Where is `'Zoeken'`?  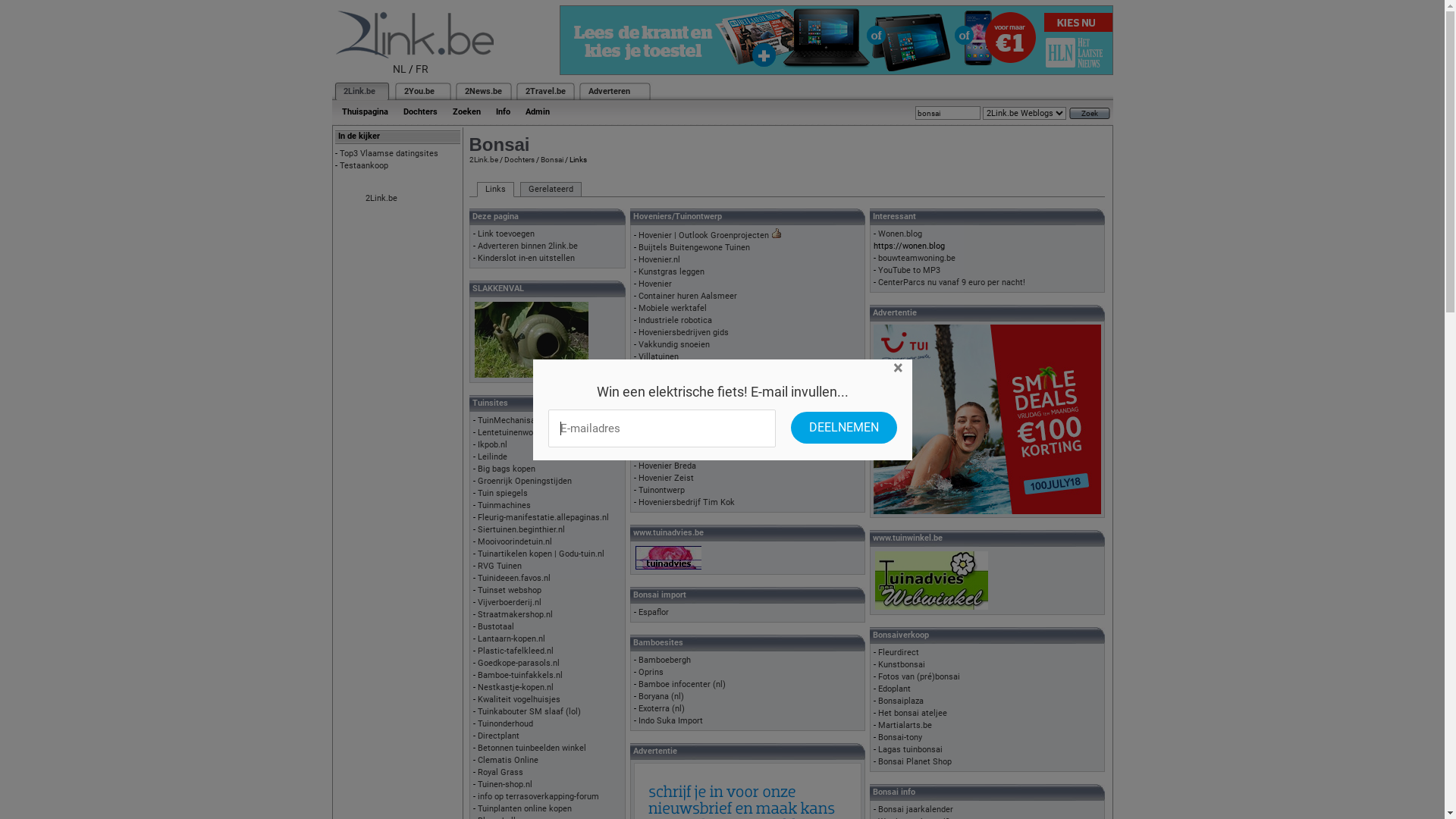
'Zoeken' is located at coordinates (465, 111).